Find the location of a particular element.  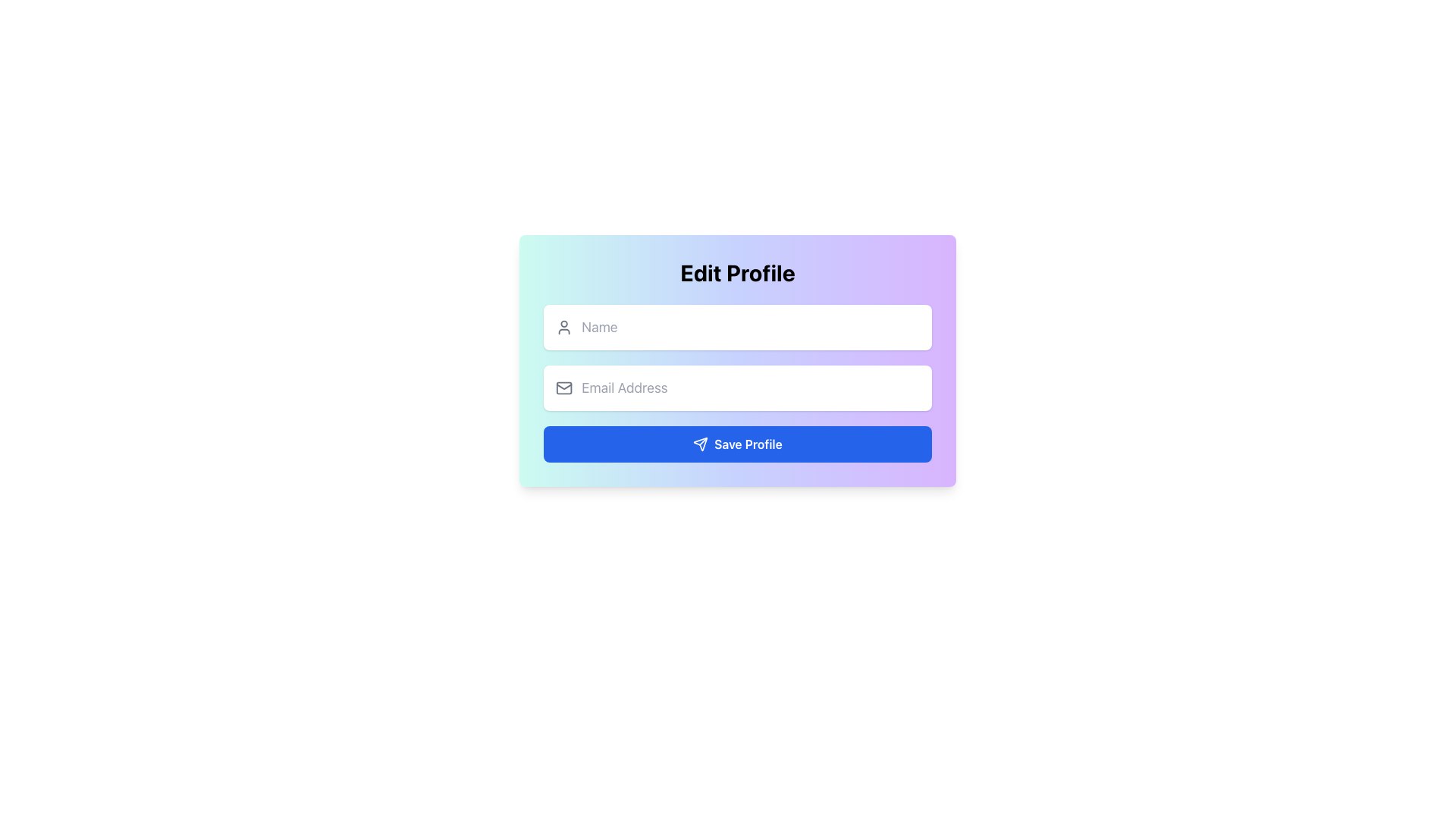

the SVG icon resembling a user silhouette, which is positioned to the left of the 'Name' text input field is located at coordinates (563, 327).